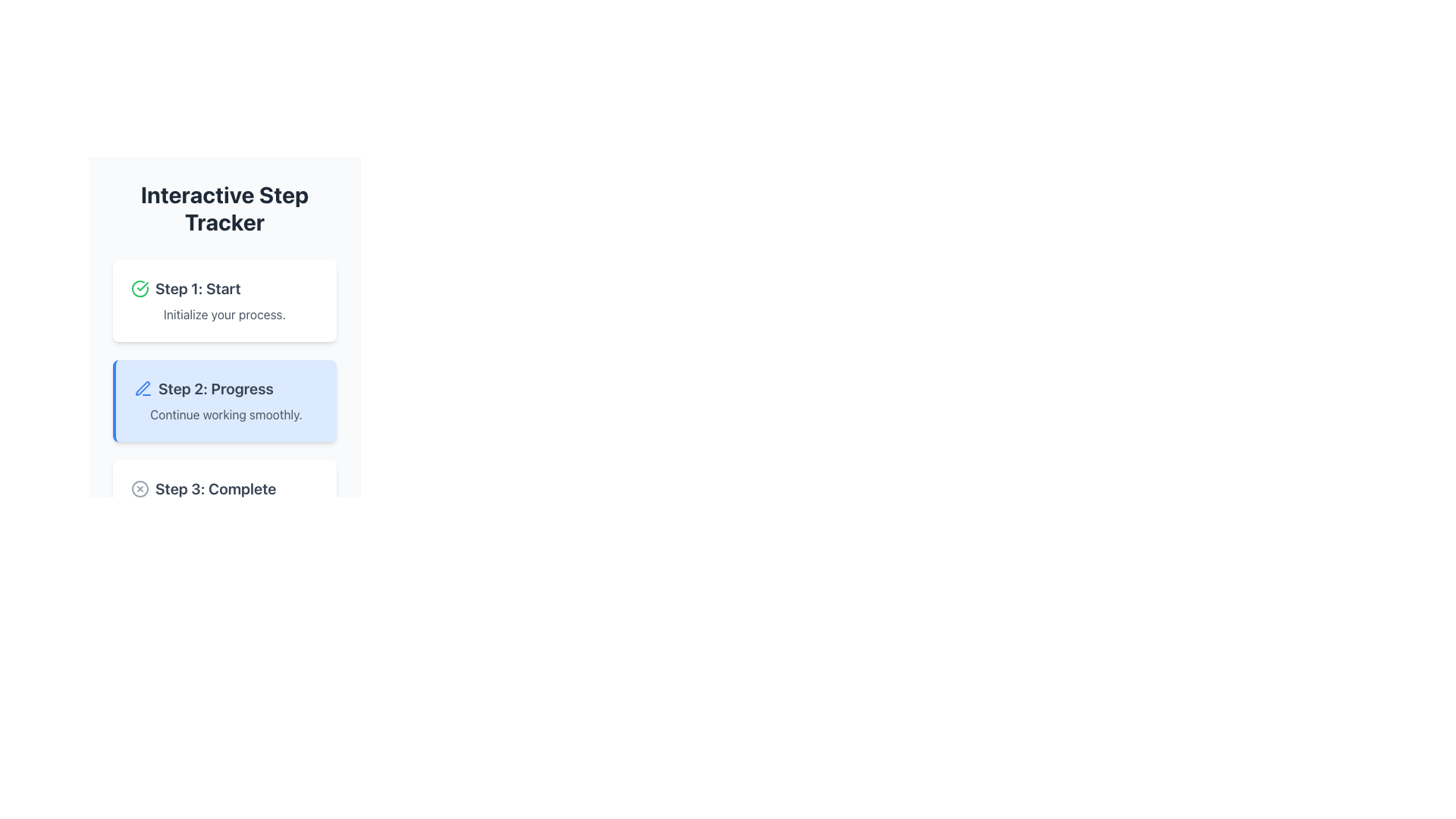 The height and width of the screenshot is (819, 1456). I want to click on the text label indicating the first step of the process tracker, which is located to the right of a completed circular green icon with a check mark, so click(197, 289).